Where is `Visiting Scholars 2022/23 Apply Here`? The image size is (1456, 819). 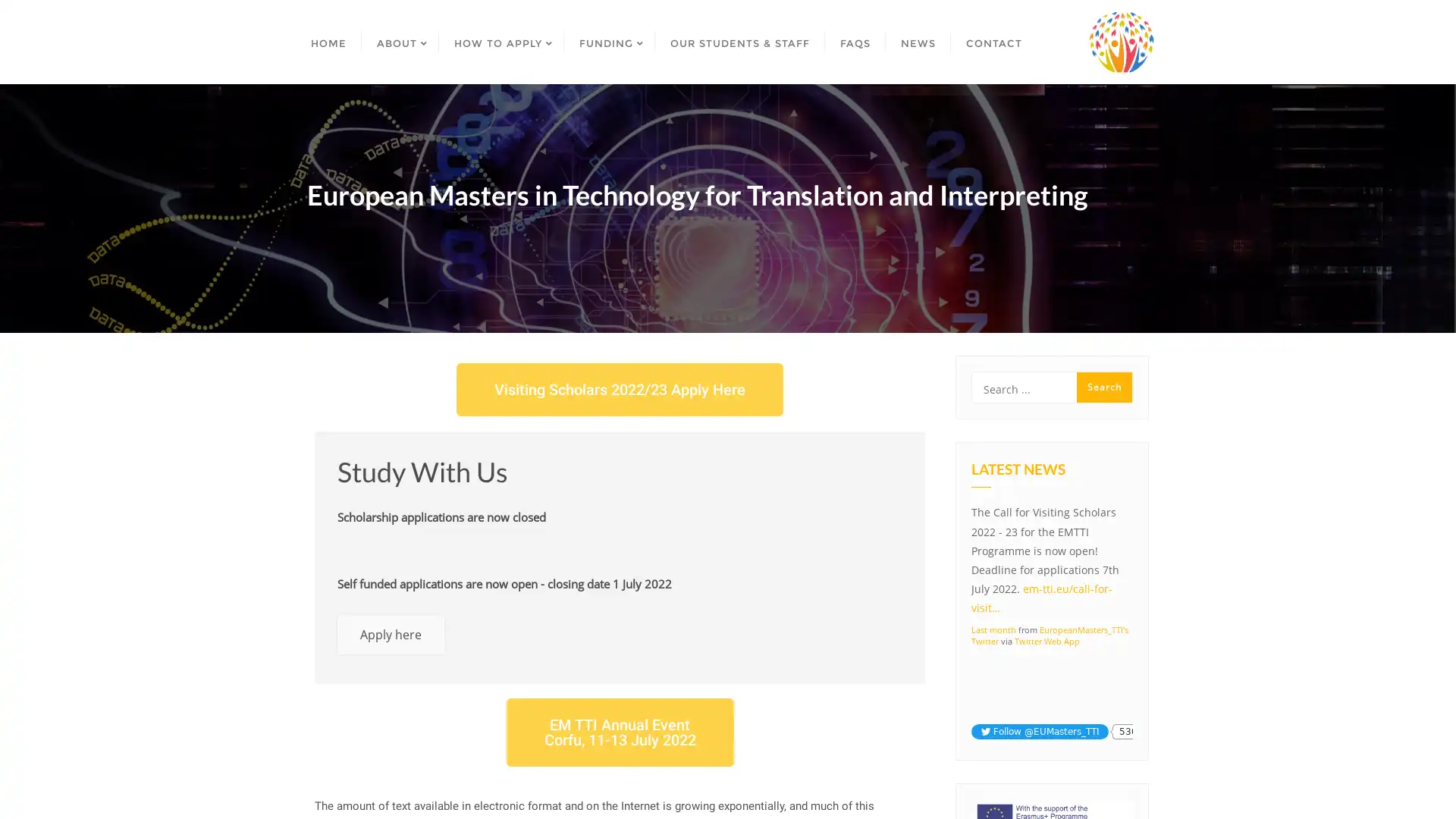
Visiting Scholars 2022/23 Apply Here is located at coordinates (620, 388).